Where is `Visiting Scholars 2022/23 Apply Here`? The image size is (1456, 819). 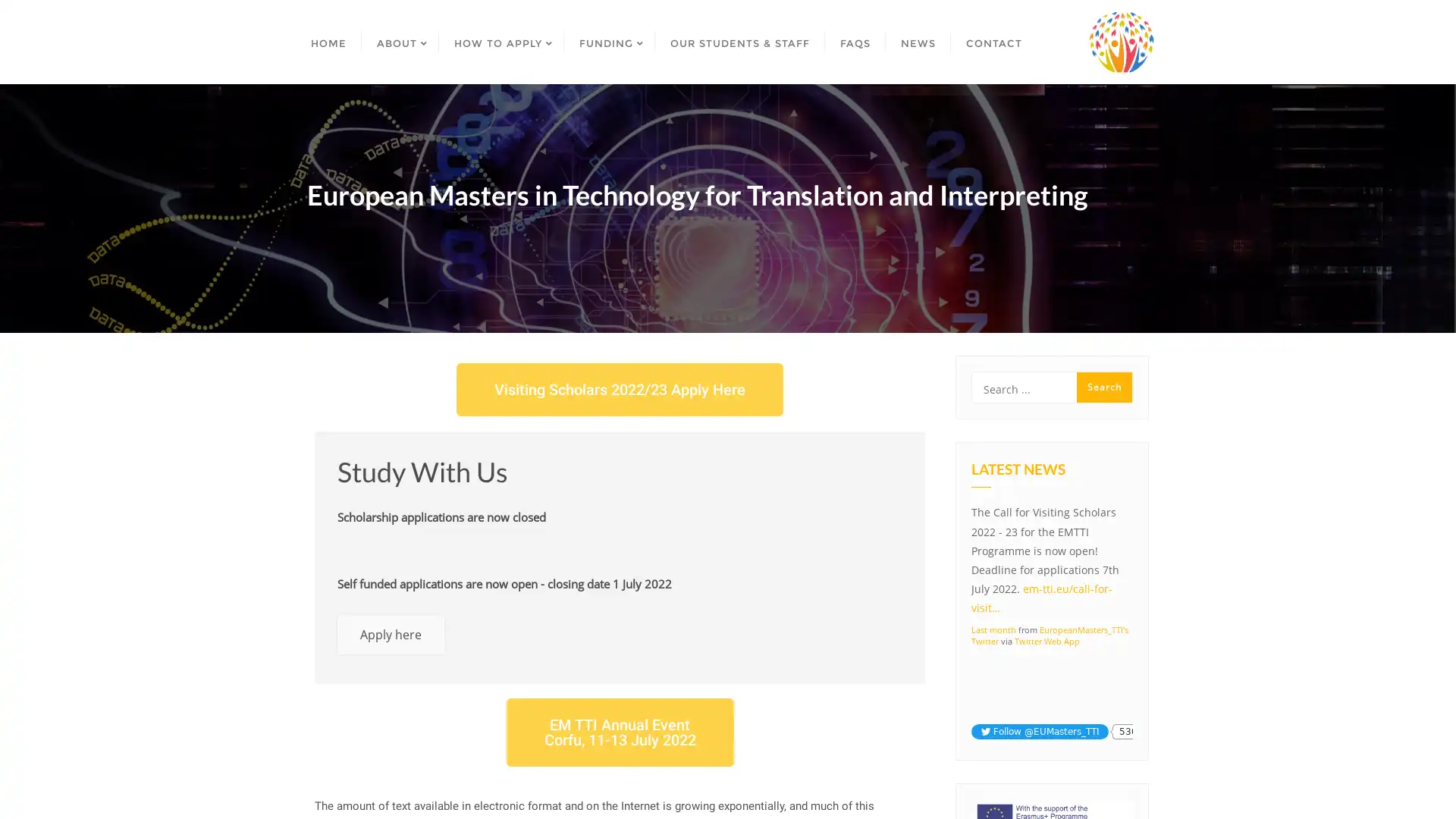
Visiting Scholars 2022/23 Apply Here is located at coordinates (620, 388).